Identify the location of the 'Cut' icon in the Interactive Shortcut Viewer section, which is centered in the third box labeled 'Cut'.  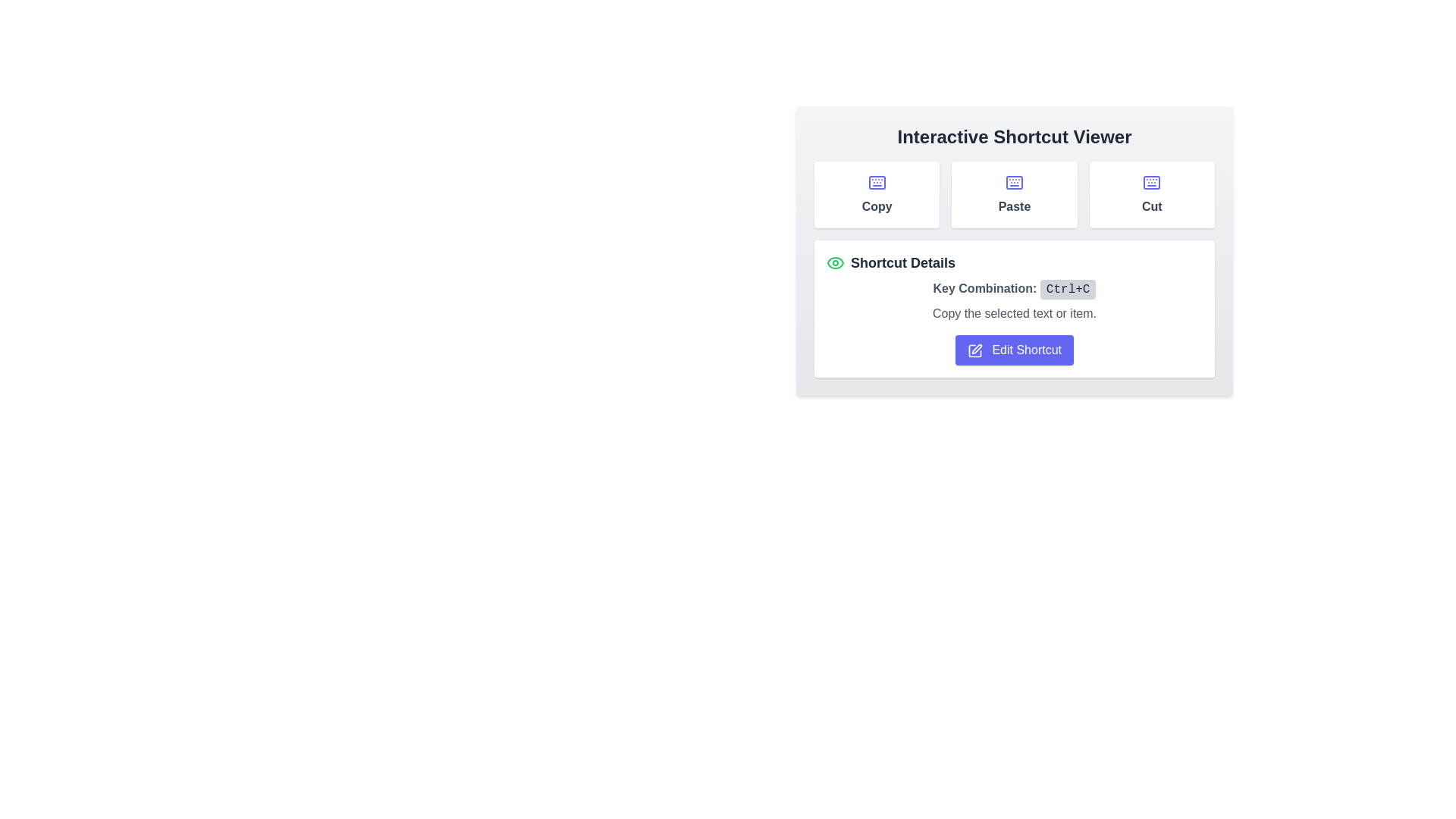
(1152, 181).